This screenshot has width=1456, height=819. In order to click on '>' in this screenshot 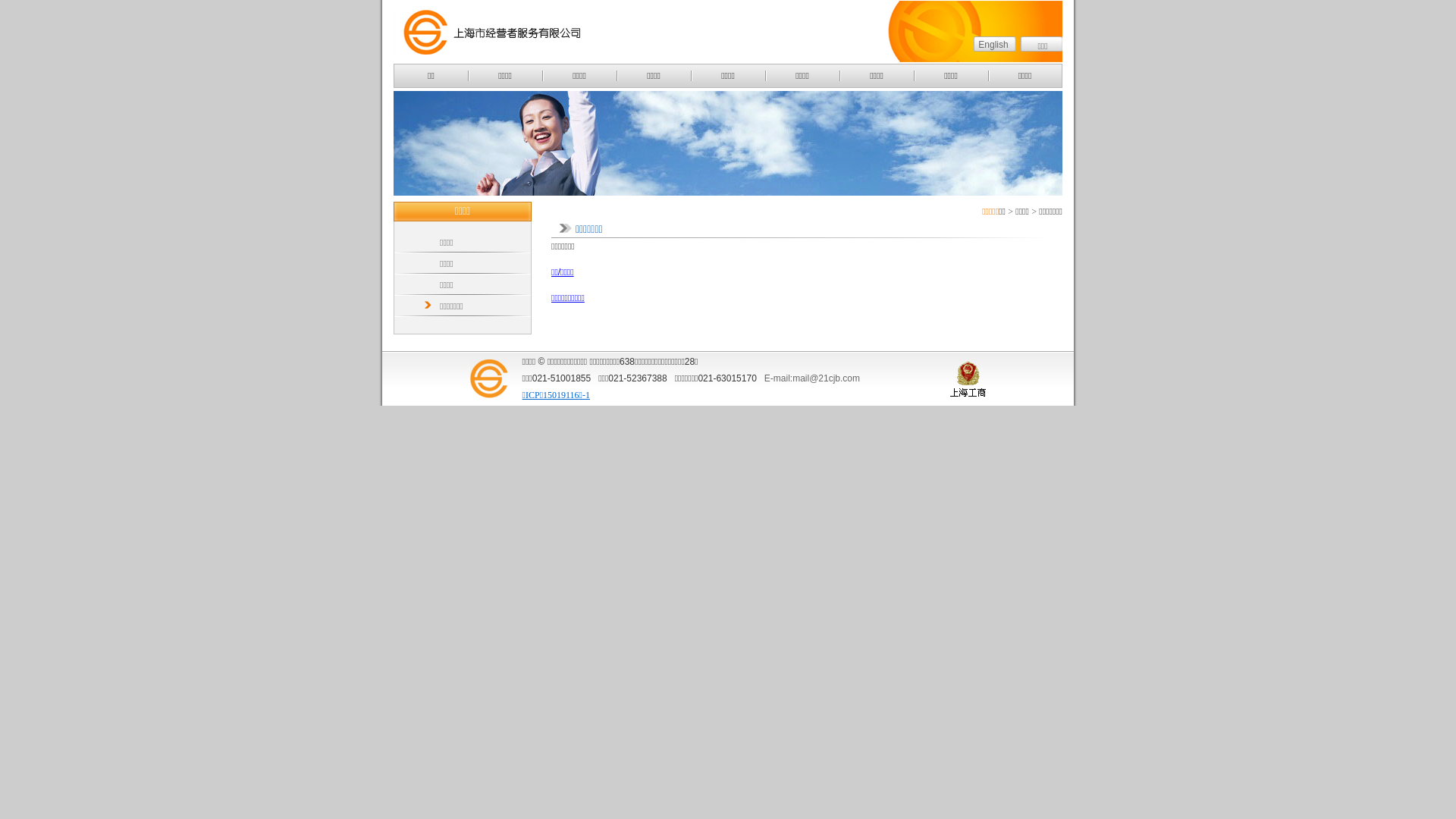, I will do `click(1010, 211)`.